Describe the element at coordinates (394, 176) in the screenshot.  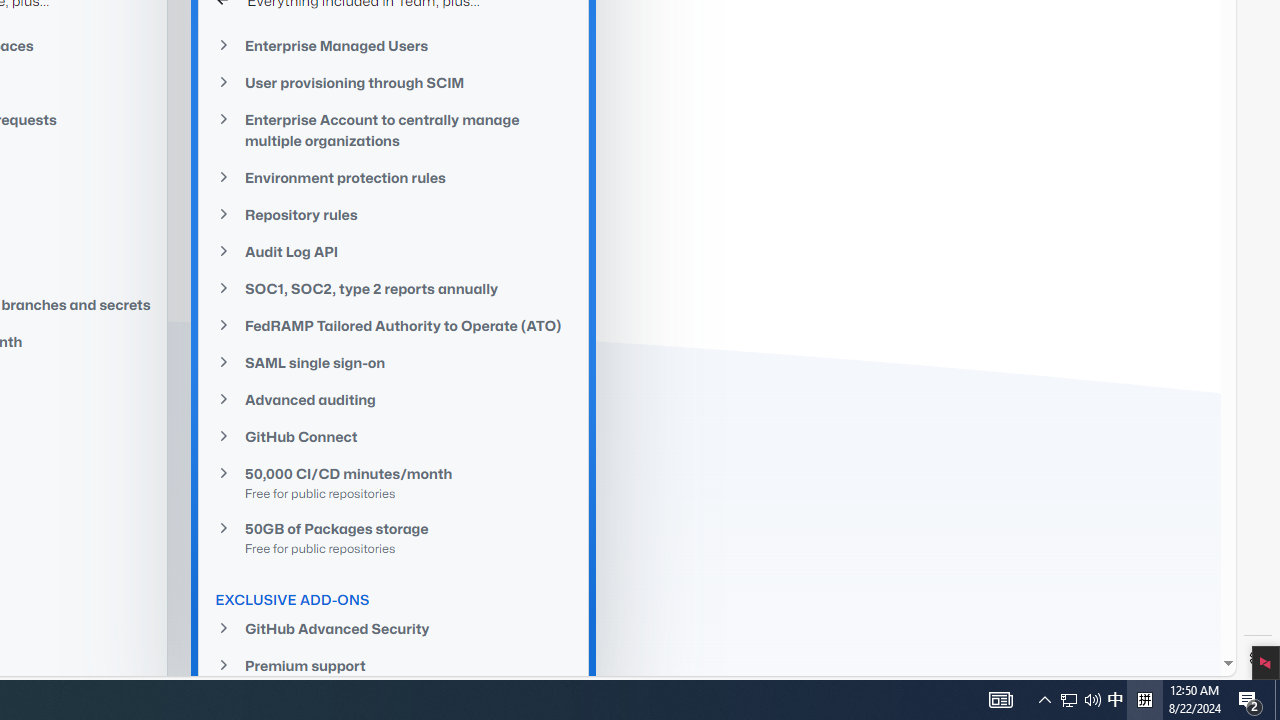
I see `'Environment protection rules'` at that location.